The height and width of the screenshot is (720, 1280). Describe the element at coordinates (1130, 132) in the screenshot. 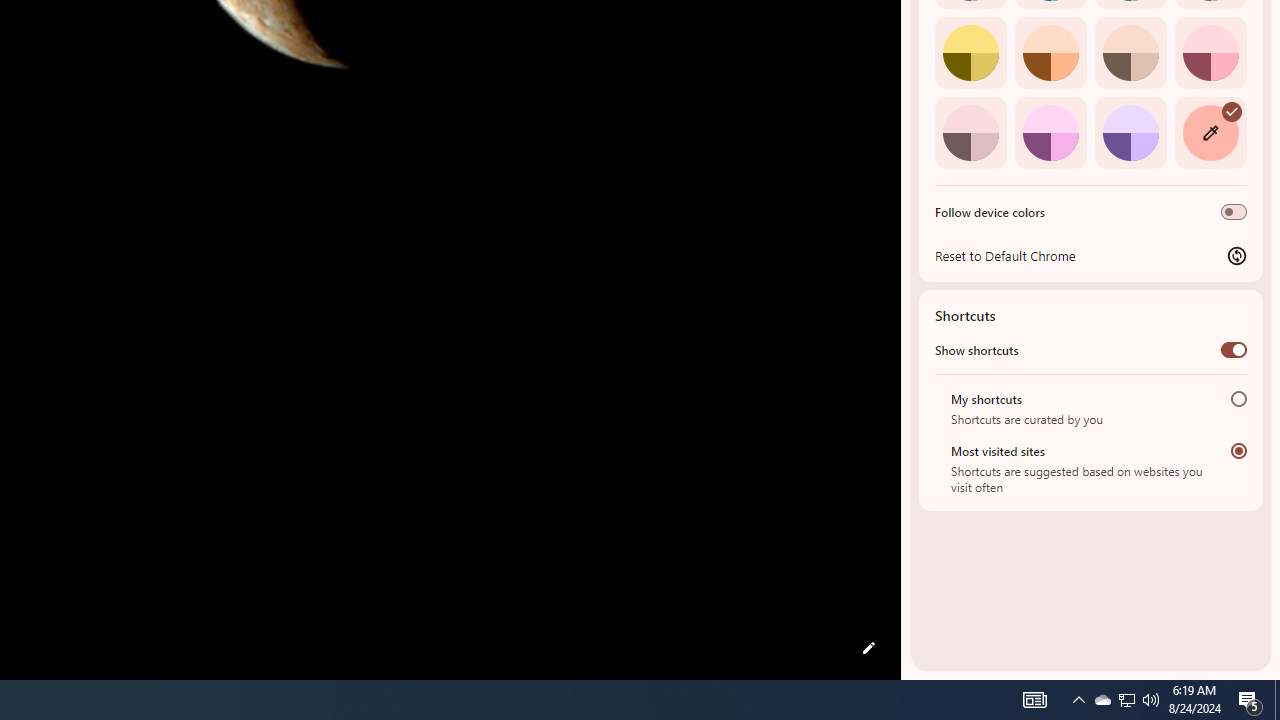

I see `'Violet'` at that location.